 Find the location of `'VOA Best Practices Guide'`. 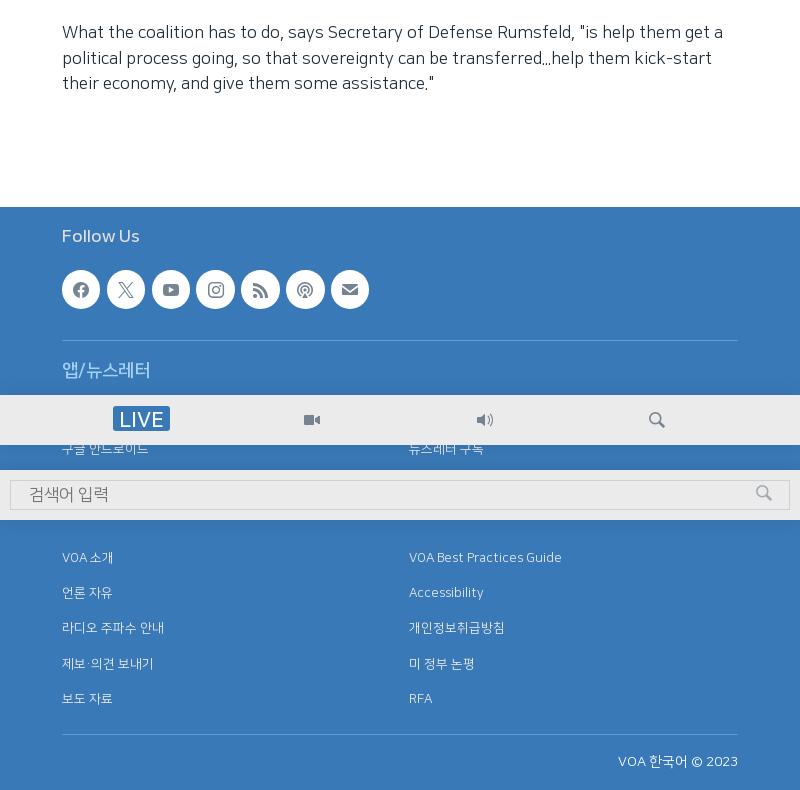

'VOA Best Practices Guide' is located at coordinates (408, 556).